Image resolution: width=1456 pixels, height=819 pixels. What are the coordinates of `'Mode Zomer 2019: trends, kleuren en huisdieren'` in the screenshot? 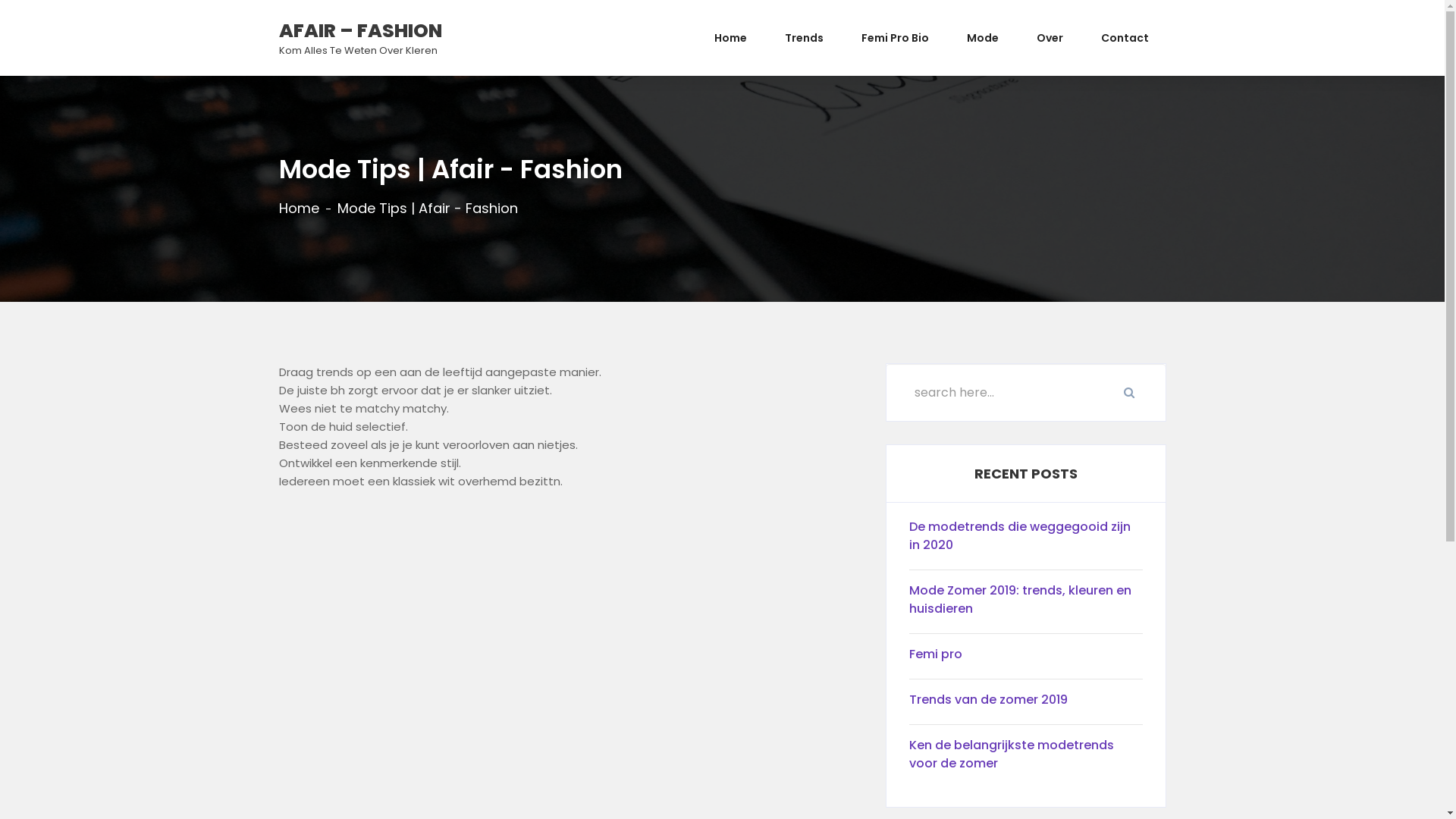 It's located at (1025, 602).